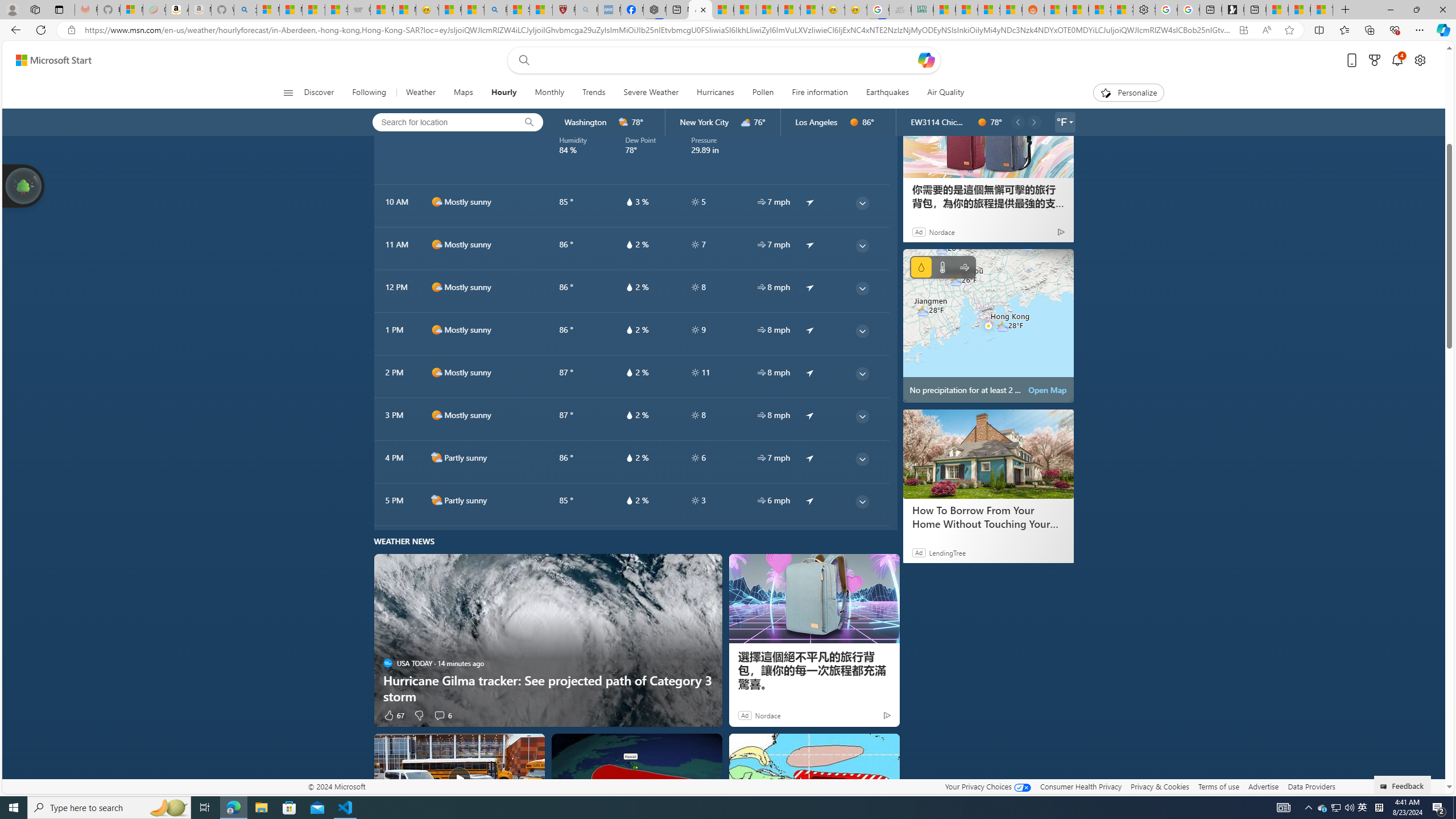  What do you see at coordinates (988, 325) in the screenshot?
I see `'No precipitation for at least 2 hours'` at bounding box center [988, 325].